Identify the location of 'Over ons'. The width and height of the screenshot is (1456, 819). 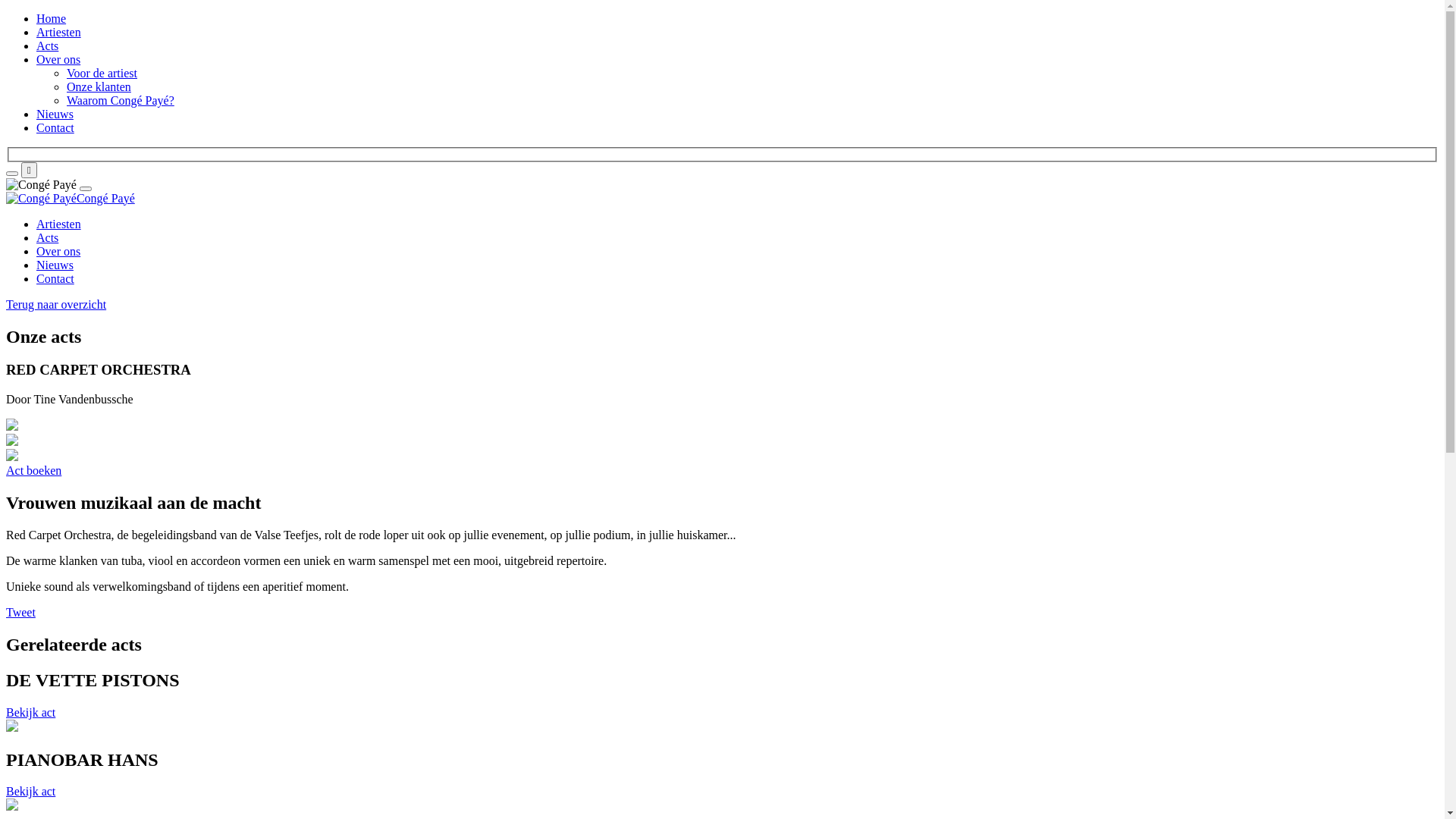
(36, 58).